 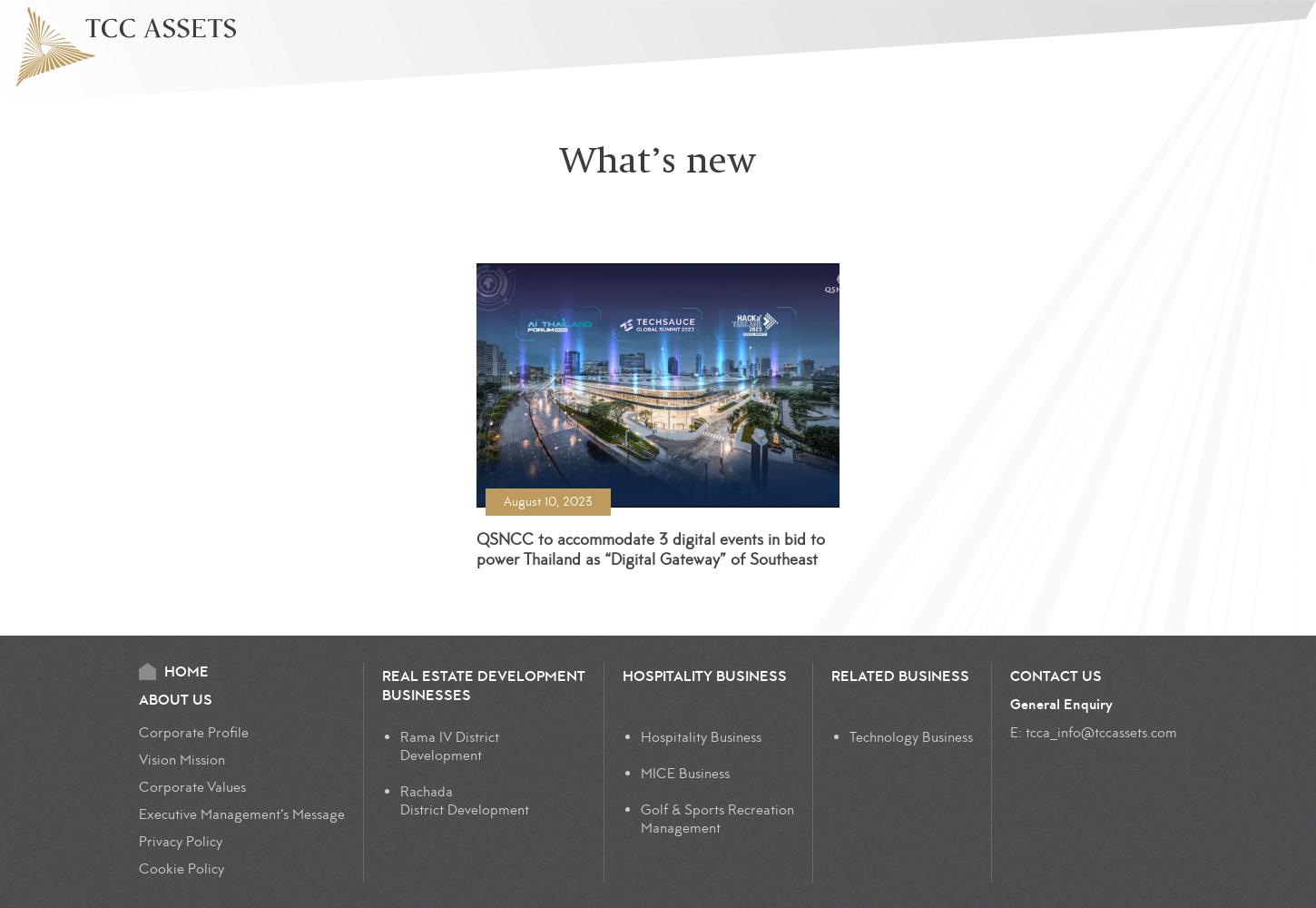 I want to click on 'Rachada', so click(x=425, y=791).